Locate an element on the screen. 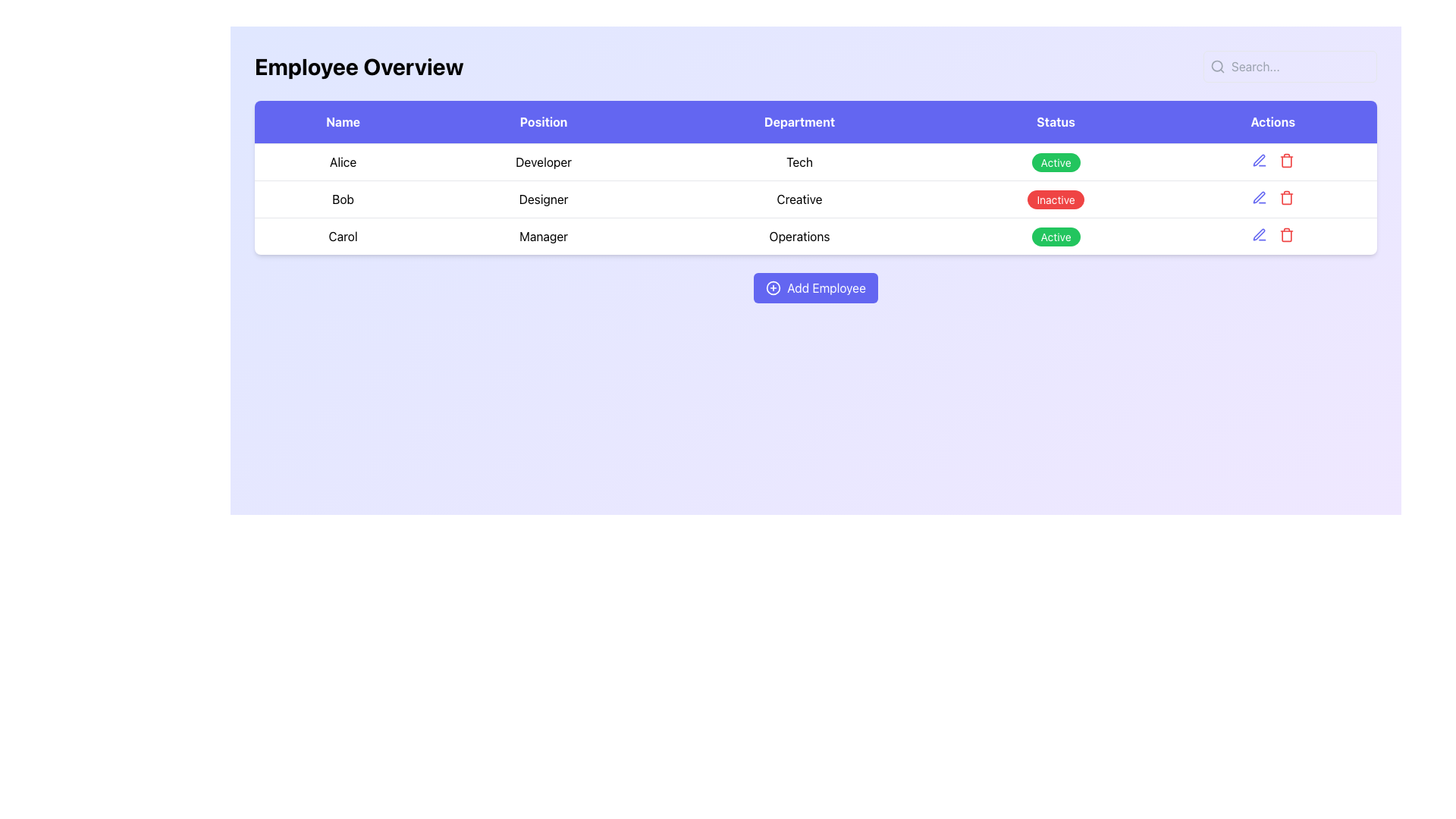 The width and height of the screenshot is (1456, 819). the edit action icon button for the entry of 'Bob' in the 'Employee Overview' table to change its color is located at coordinates (1259, 161).